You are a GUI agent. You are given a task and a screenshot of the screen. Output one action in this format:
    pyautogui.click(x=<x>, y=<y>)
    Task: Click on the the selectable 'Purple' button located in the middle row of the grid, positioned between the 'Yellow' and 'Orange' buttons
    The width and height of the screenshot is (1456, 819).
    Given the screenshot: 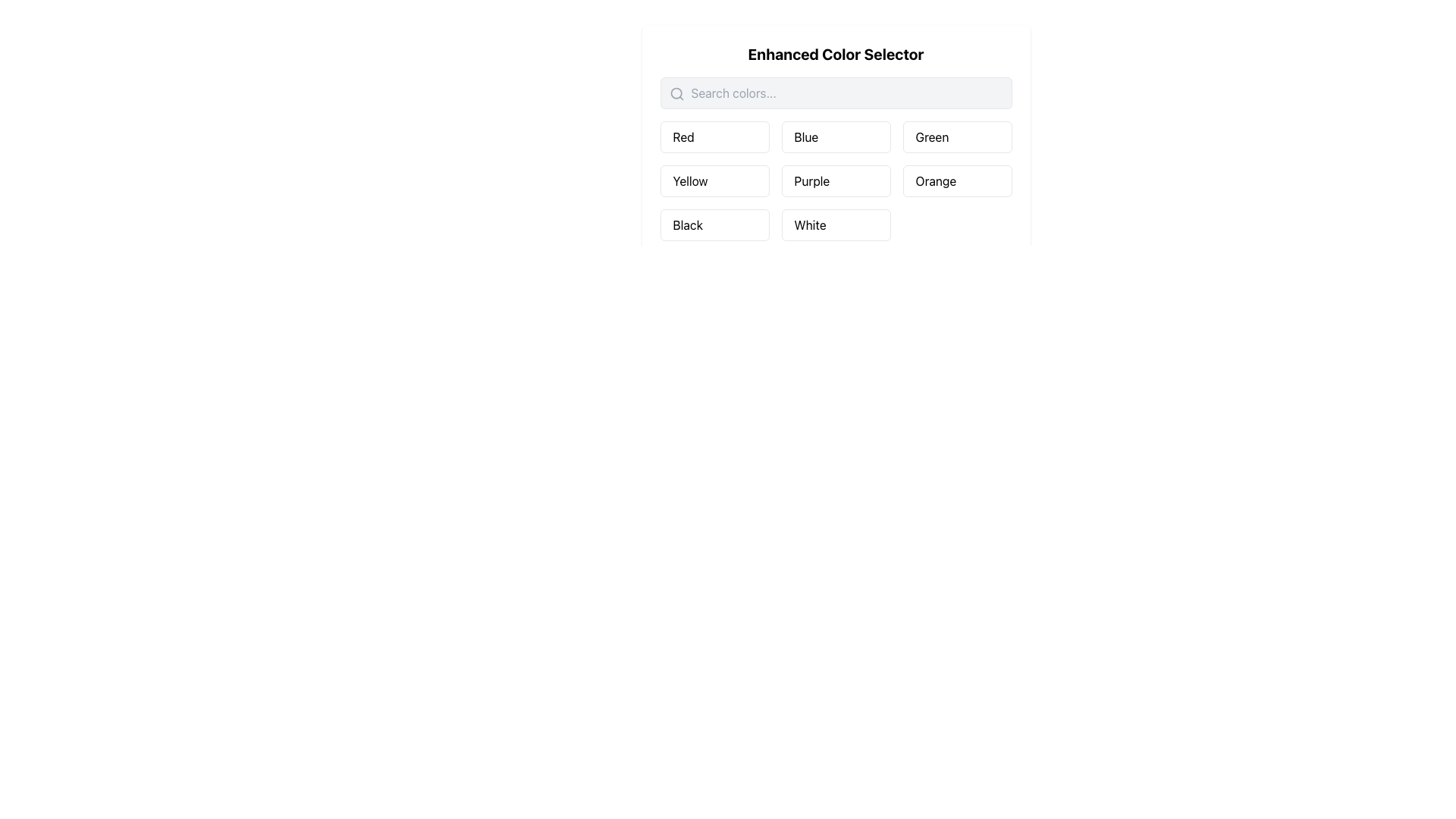 What is the action you would take?
    pyautogui.click(x=835, y=180)
    